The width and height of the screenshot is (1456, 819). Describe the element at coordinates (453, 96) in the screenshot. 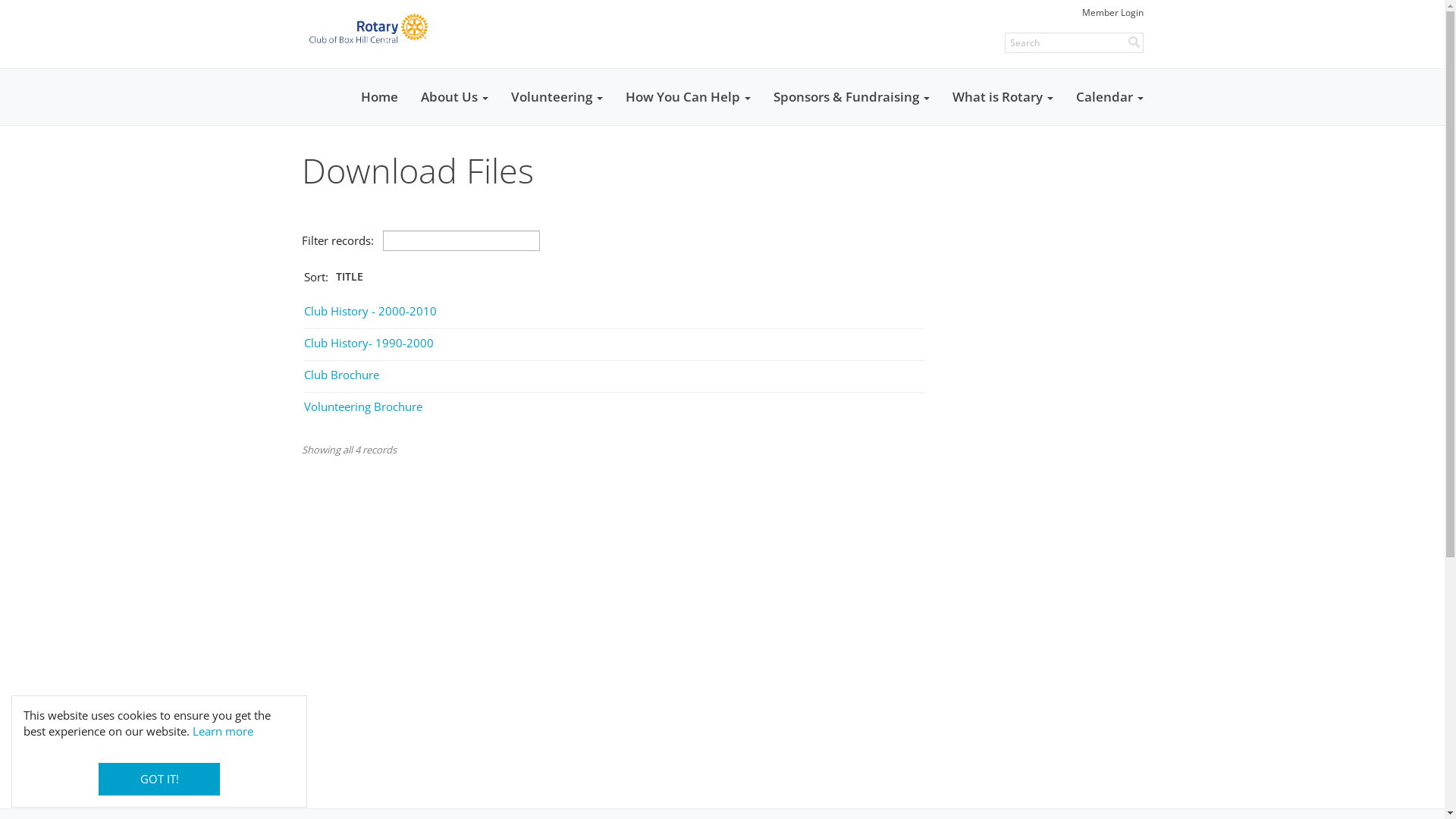

I see `'About Us'` at that location.